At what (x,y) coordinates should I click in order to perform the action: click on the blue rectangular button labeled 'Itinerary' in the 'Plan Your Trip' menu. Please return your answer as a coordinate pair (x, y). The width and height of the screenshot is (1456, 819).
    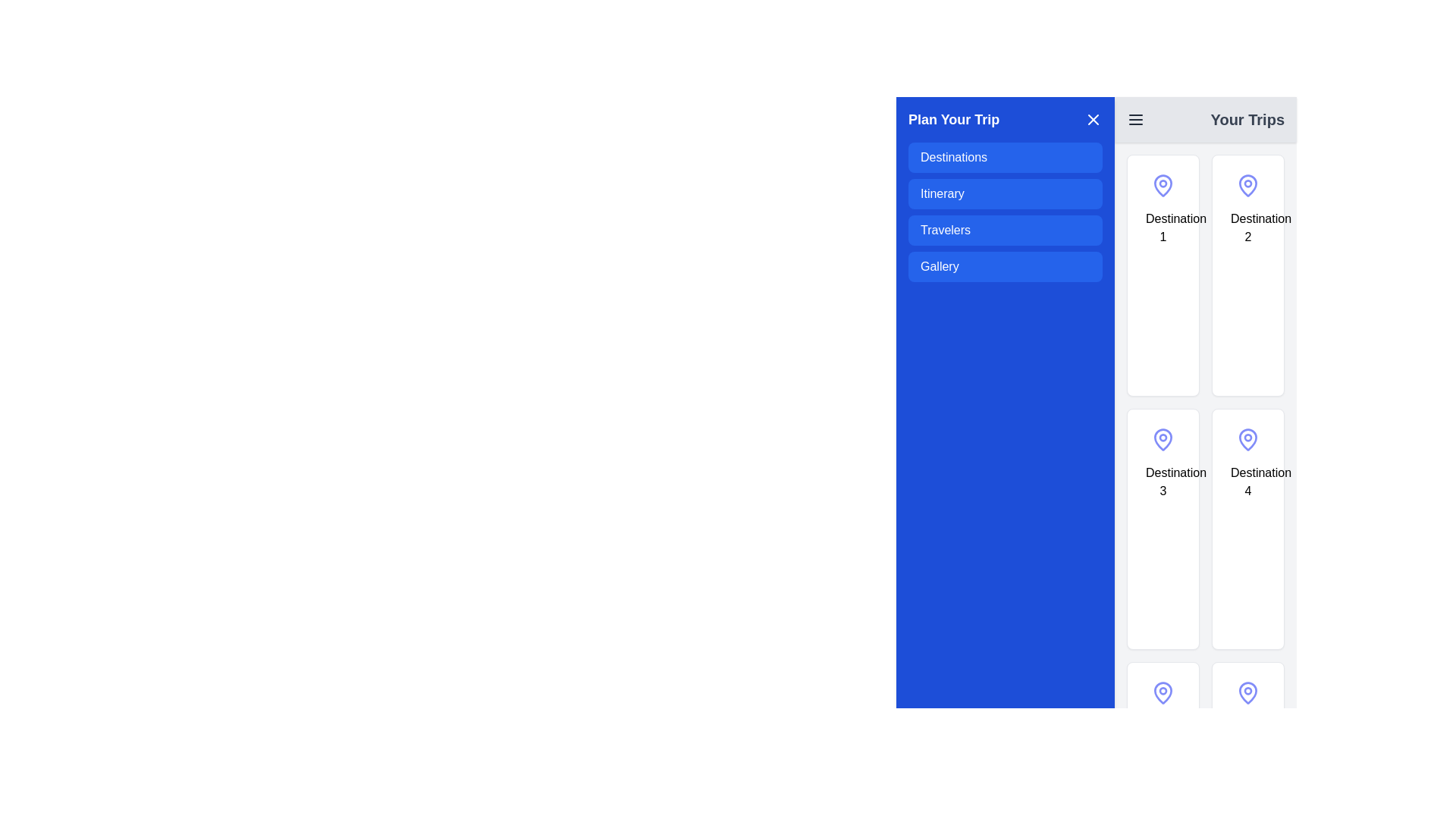
    Looking at the image, I should click on (1005, 193).